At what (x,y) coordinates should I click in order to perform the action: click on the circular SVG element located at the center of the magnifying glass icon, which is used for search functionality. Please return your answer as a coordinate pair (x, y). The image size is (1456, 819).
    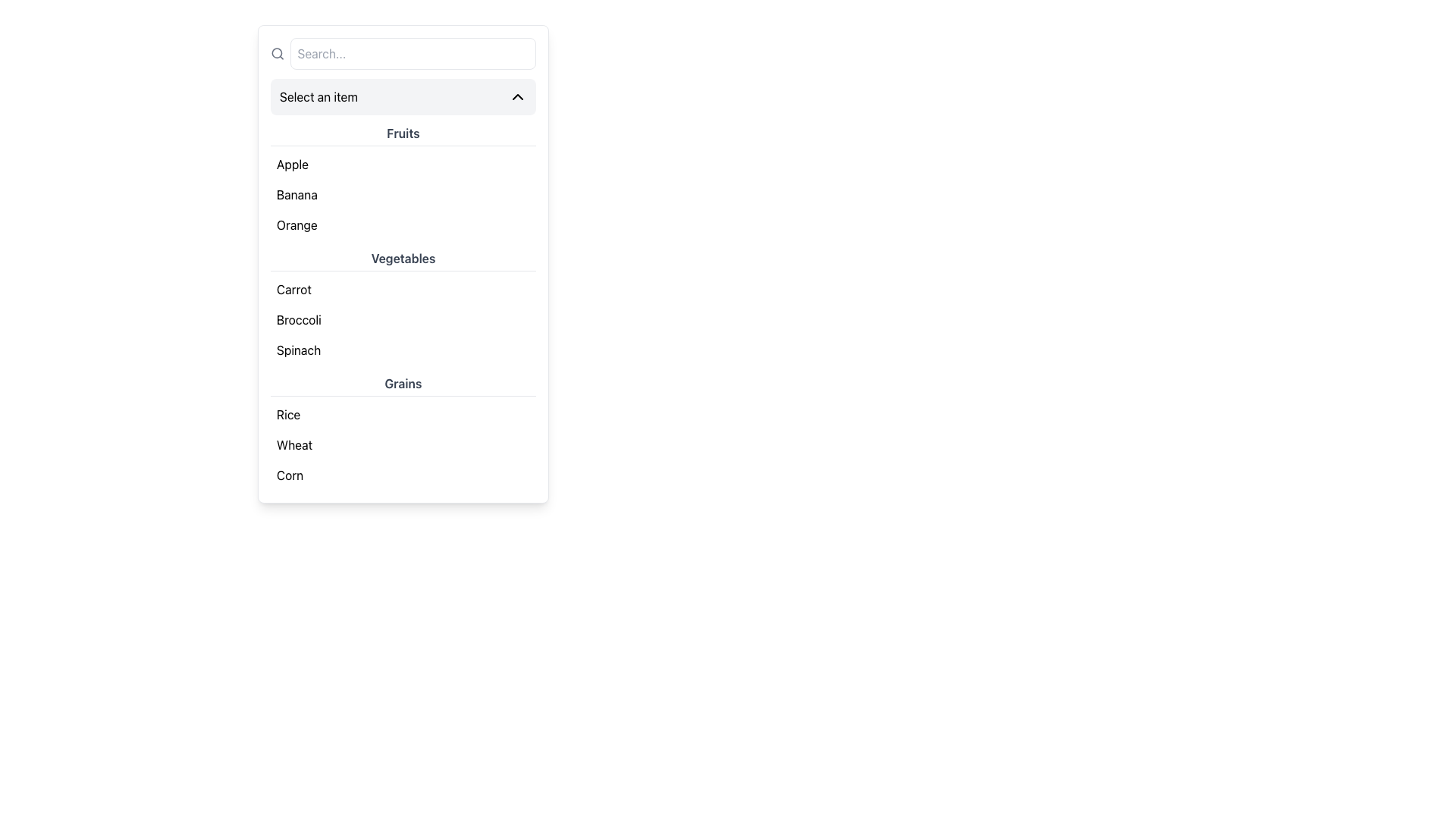
    Looking at the image, I should click on (277, 52).